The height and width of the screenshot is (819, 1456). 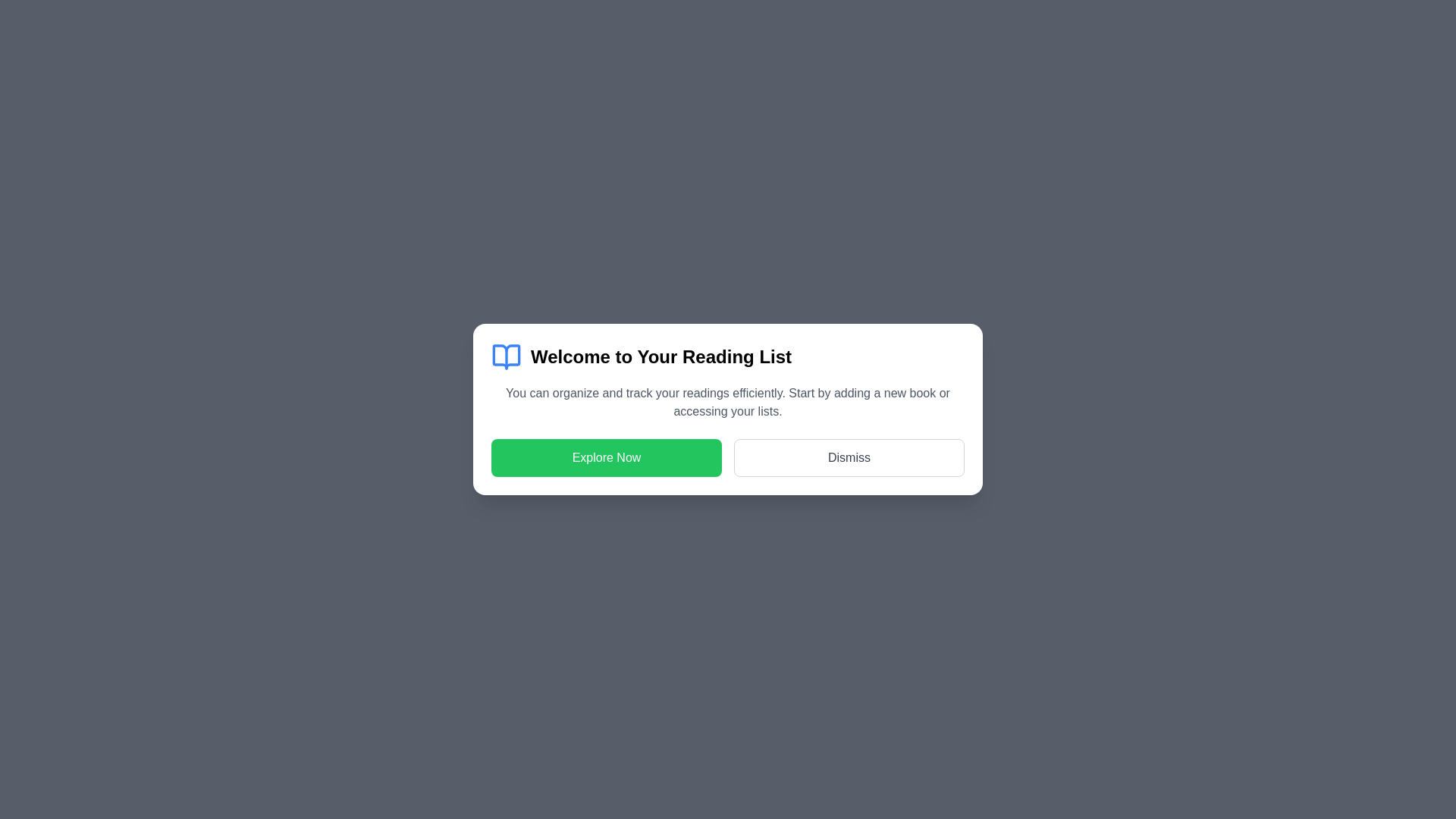 What do you see at coordinates (506, 356) in the screenshot?
I see `the center of the icon to emphasize its visual representation` at bounding box center [506, 356].